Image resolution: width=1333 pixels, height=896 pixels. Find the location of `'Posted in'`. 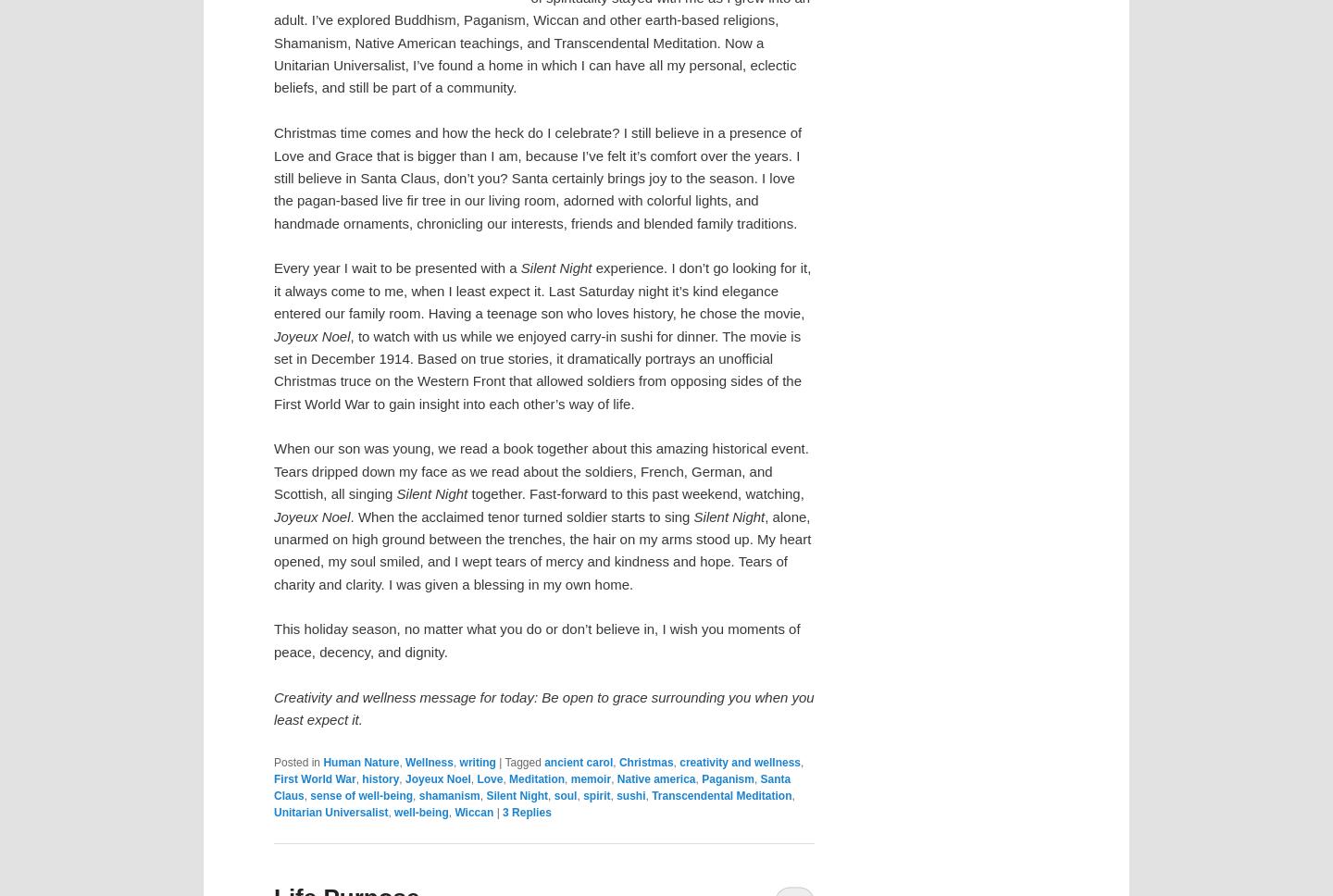

'Posted in' is located at coordinates (296, 761).